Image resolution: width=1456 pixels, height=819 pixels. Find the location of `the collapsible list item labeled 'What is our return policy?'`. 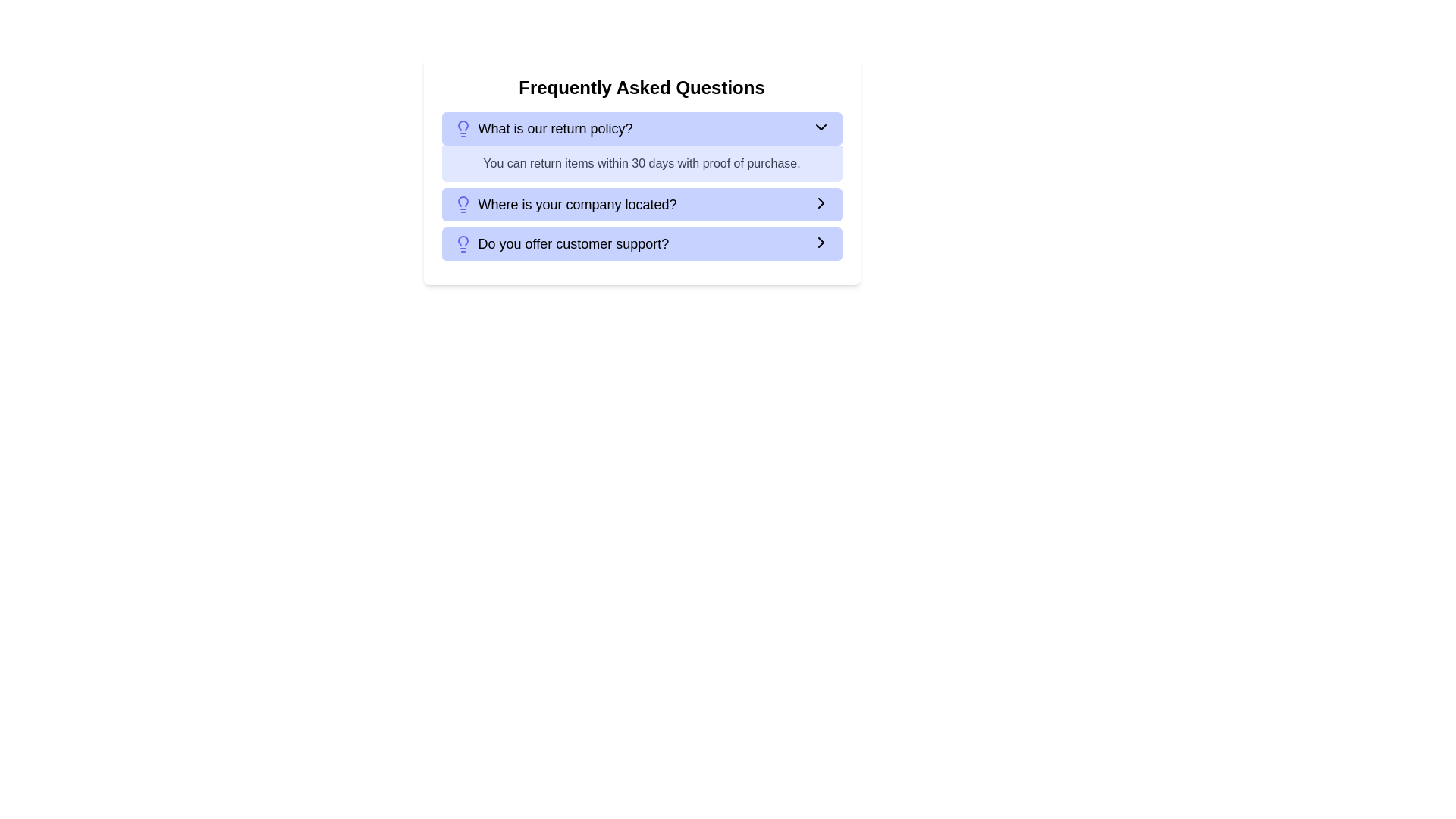

the collapsible list item labeled 'What is our return policy?' is located at coordinates (642, 127).